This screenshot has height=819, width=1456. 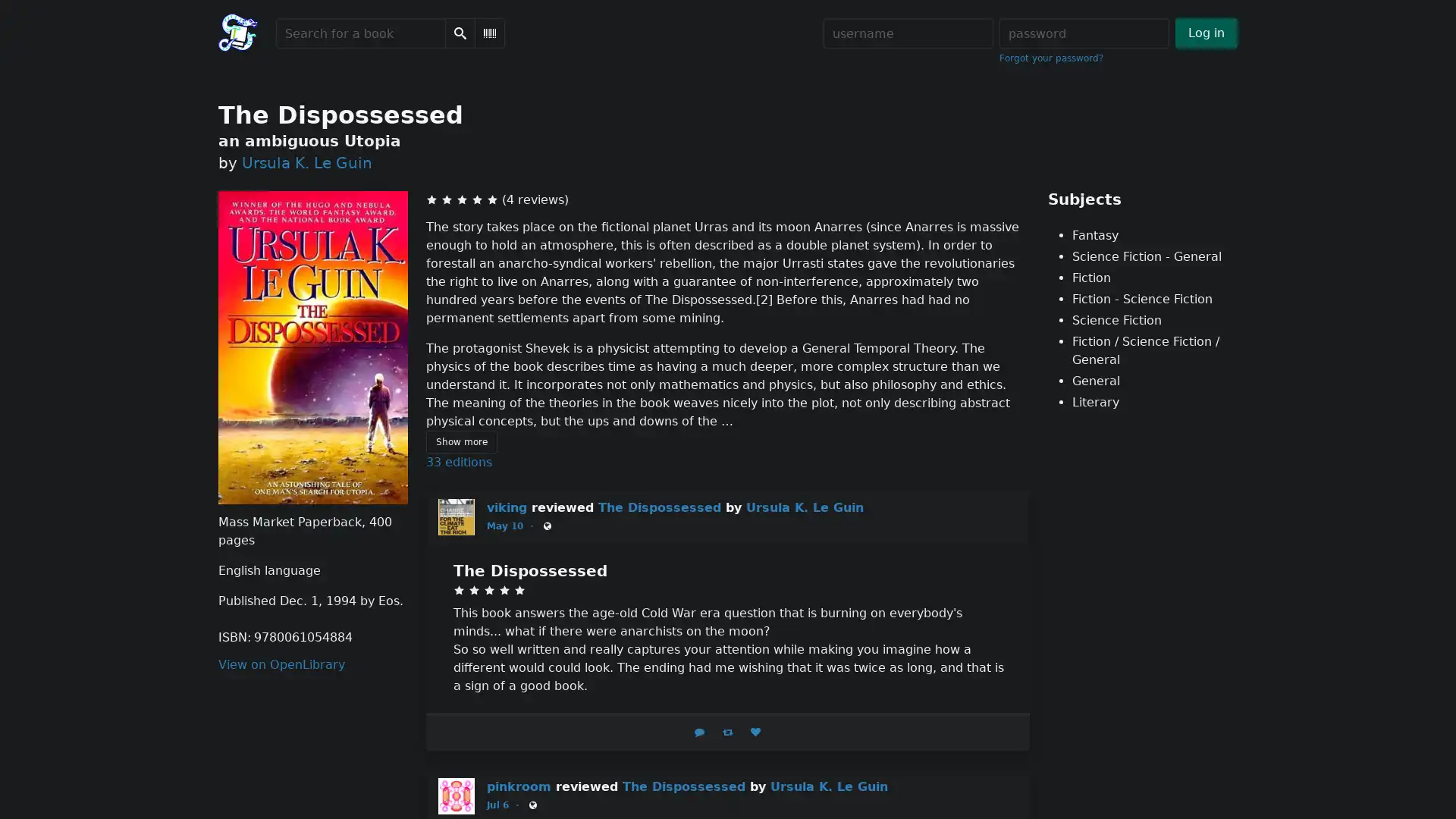 What do you see at coordinates (312, 347) in the screenshot?
I see `The Dispossessed (Paperback, 1994, Eos) Click to enlarge` at bounding box center [312, 347].